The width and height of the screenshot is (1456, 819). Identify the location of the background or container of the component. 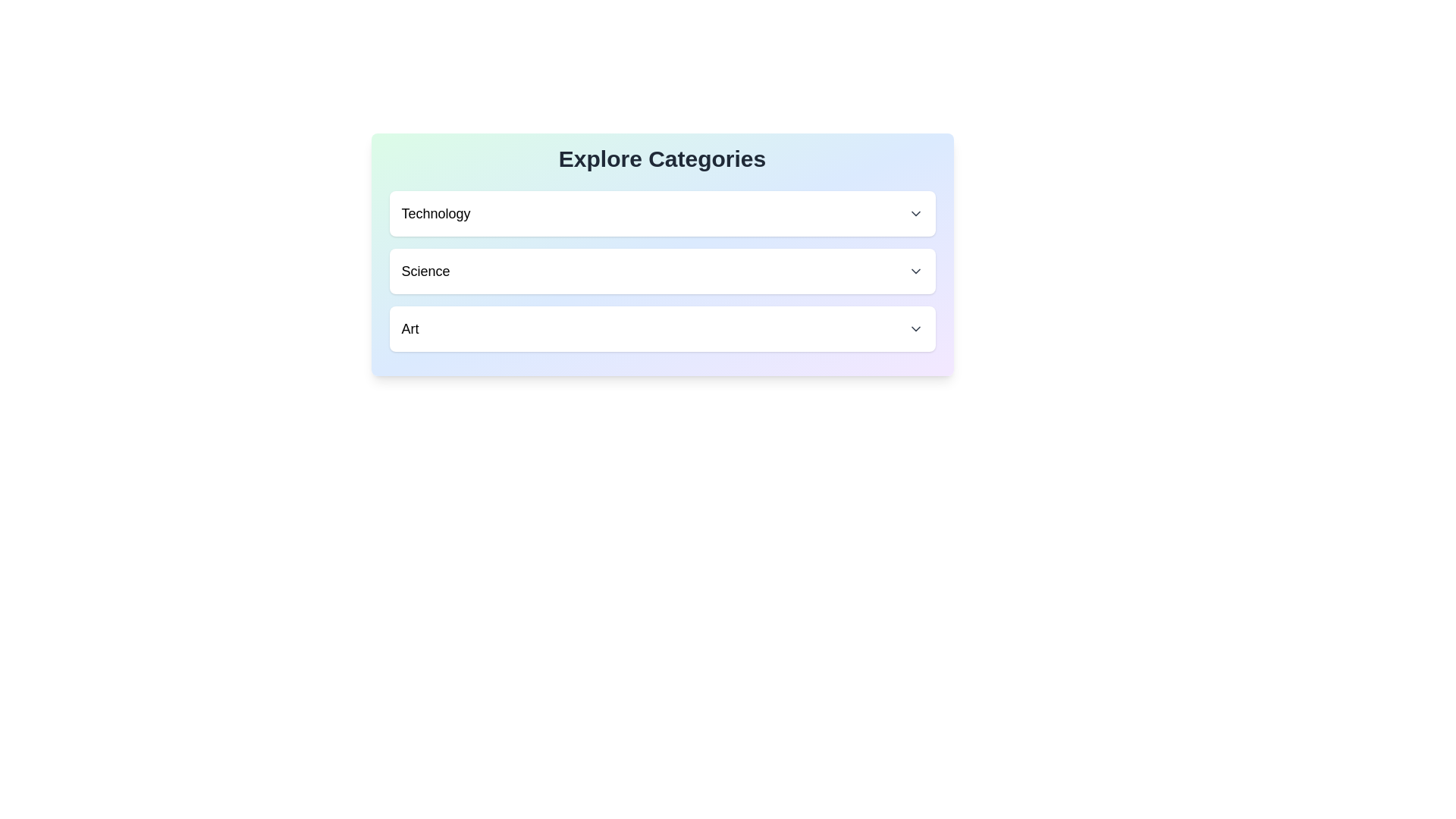
(662, 253).